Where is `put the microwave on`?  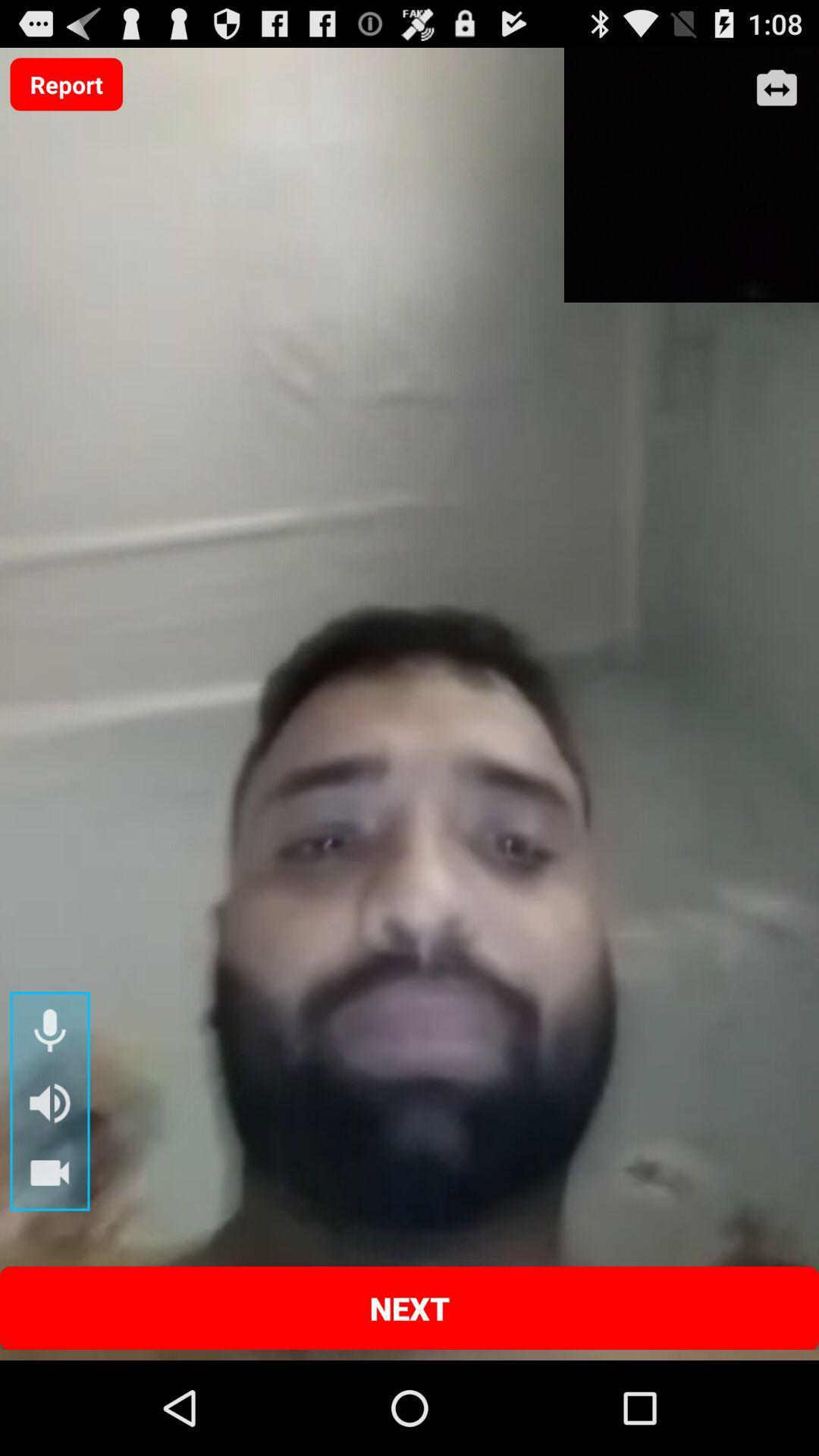
put the microwave on is located at coordinates (49, 1031).